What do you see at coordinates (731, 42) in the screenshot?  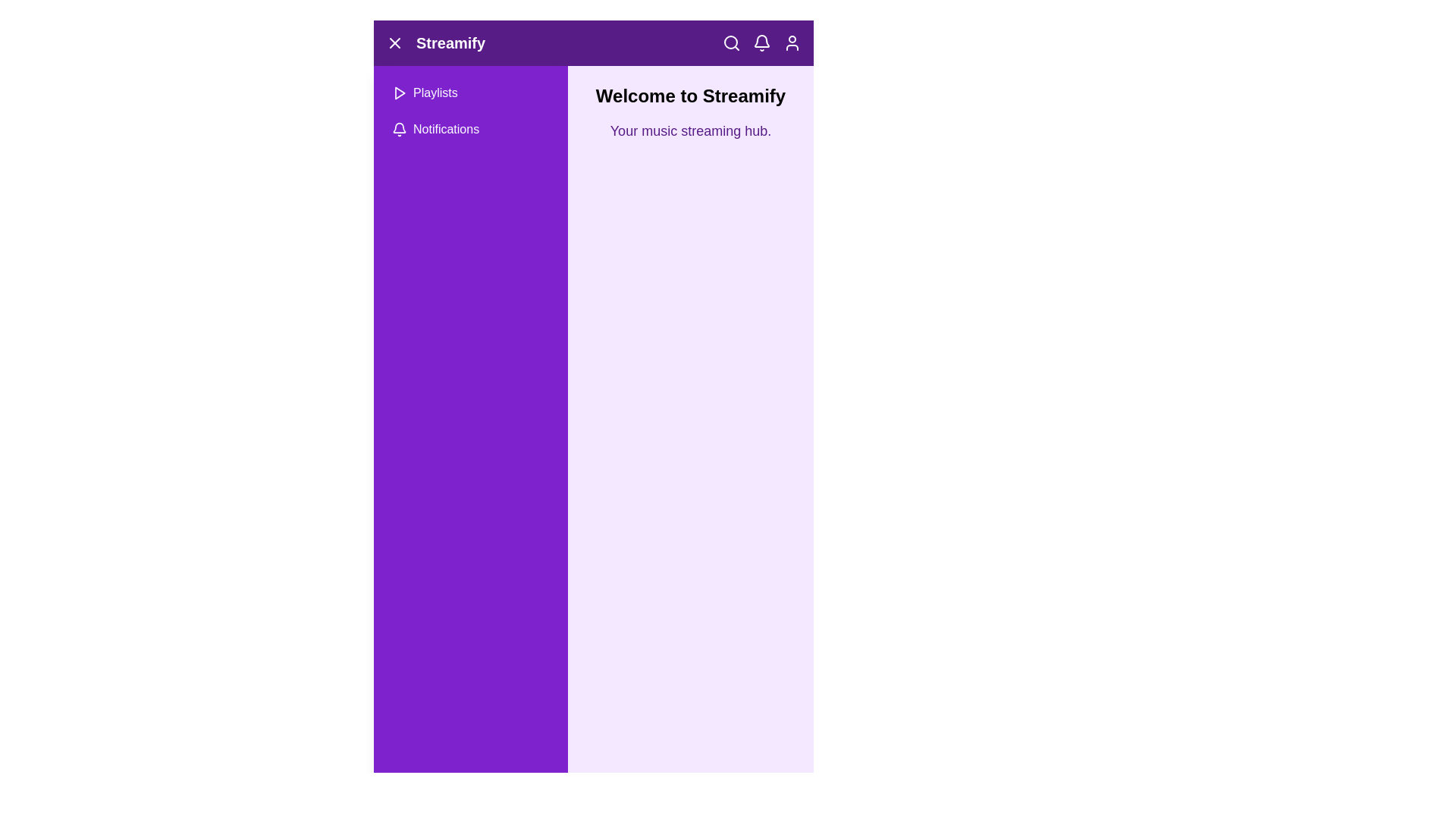 I see `the search icon (magnifying glass) located at the top-right corner of the header bar to initiate a search` at bounding box center [731, 42].